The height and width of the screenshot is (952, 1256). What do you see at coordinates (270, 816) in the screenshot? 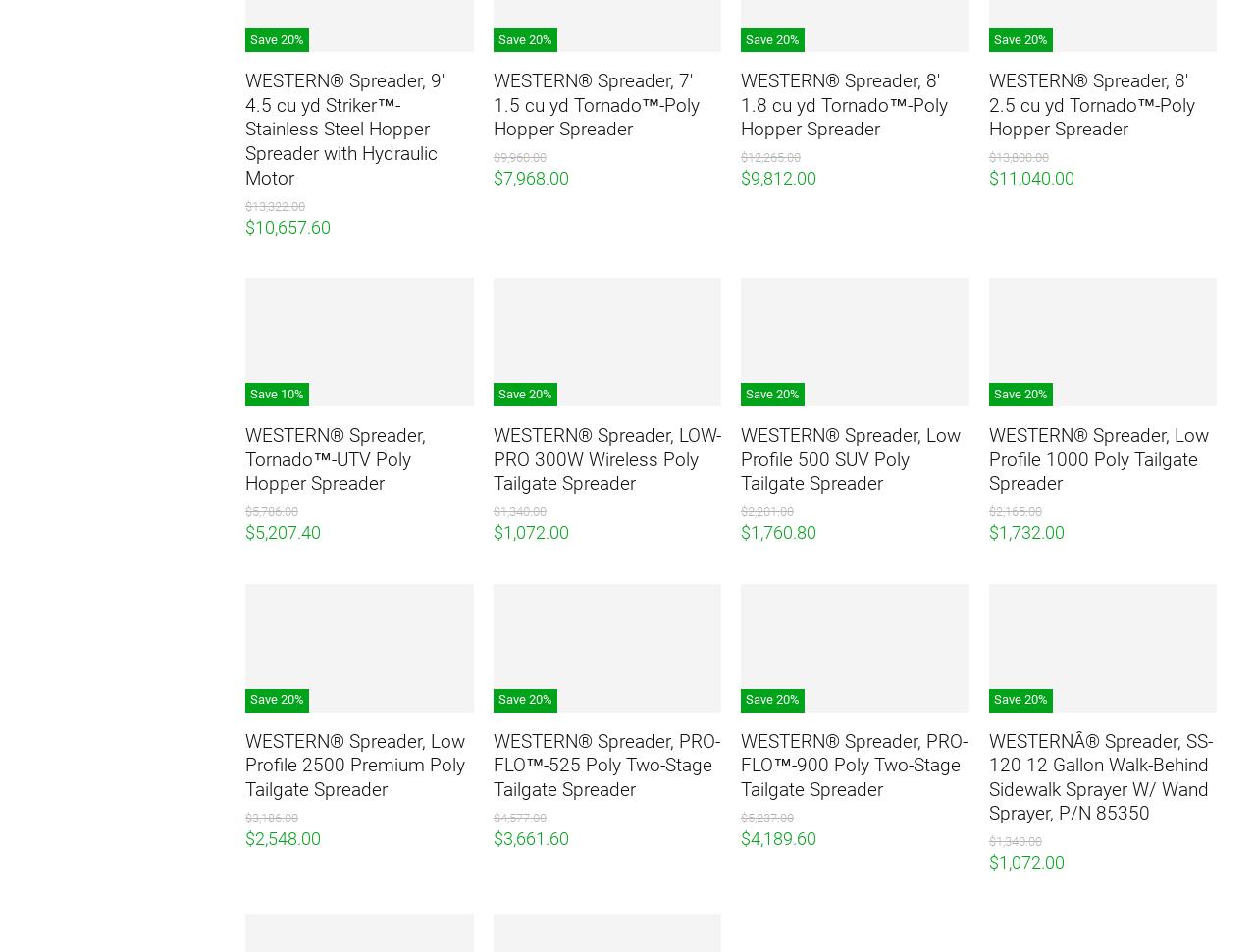
I see `'$3,186.00'` at bounding box center [270, 816].